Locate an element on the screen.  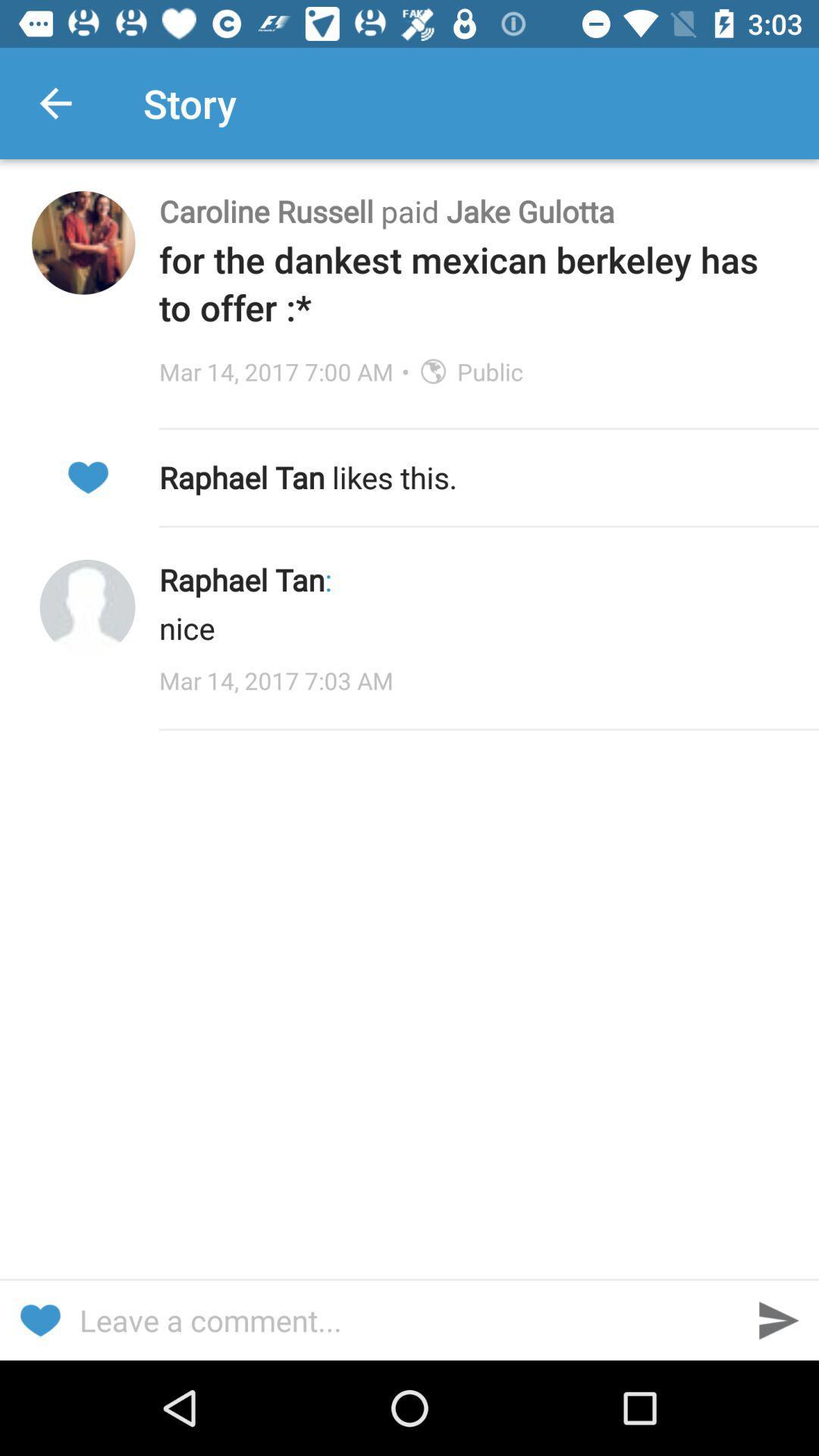
the favorite icon is located at coordinates (87, 476).